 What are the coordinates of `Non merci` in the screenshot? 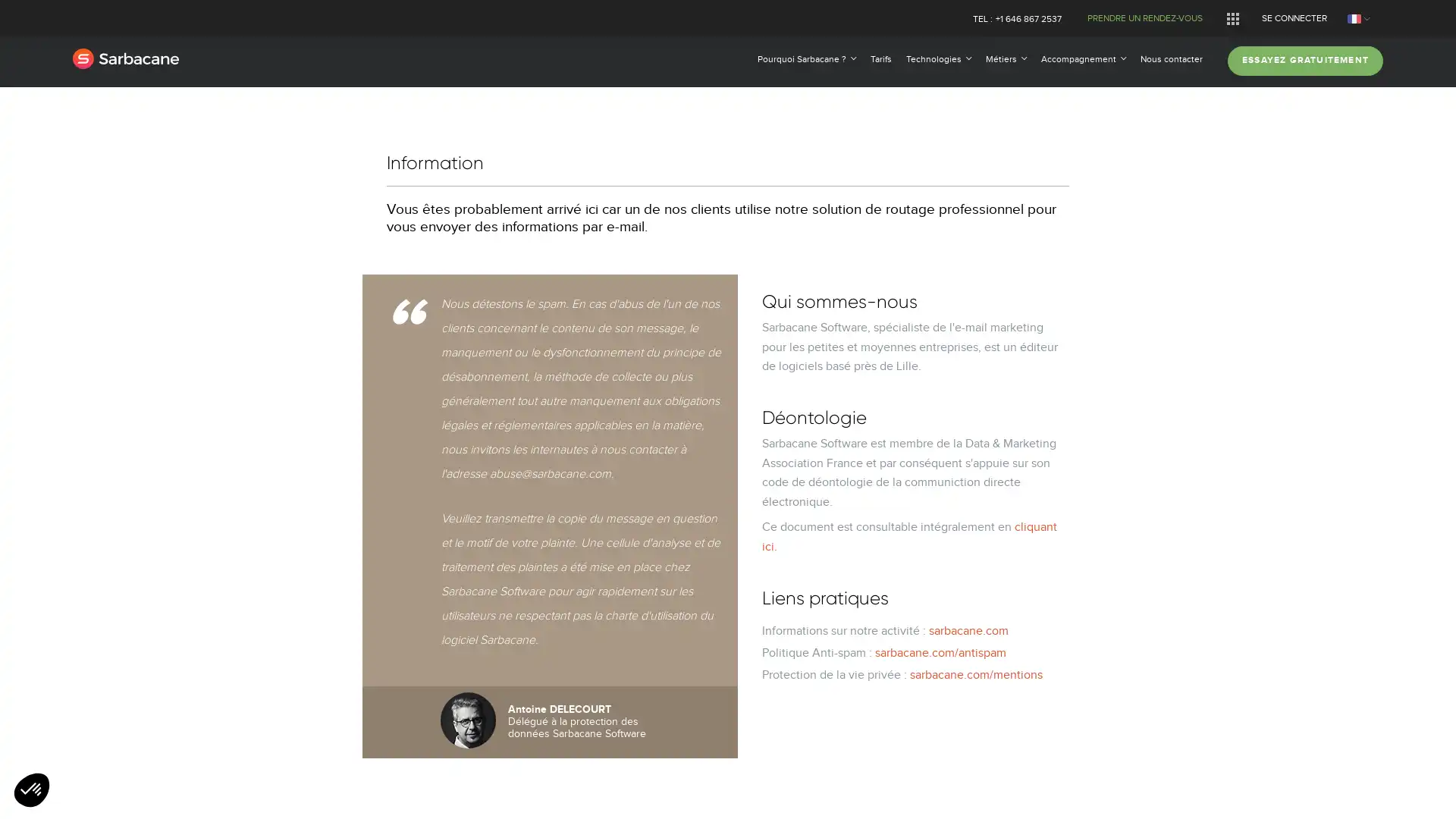 It's located at (607, 513).